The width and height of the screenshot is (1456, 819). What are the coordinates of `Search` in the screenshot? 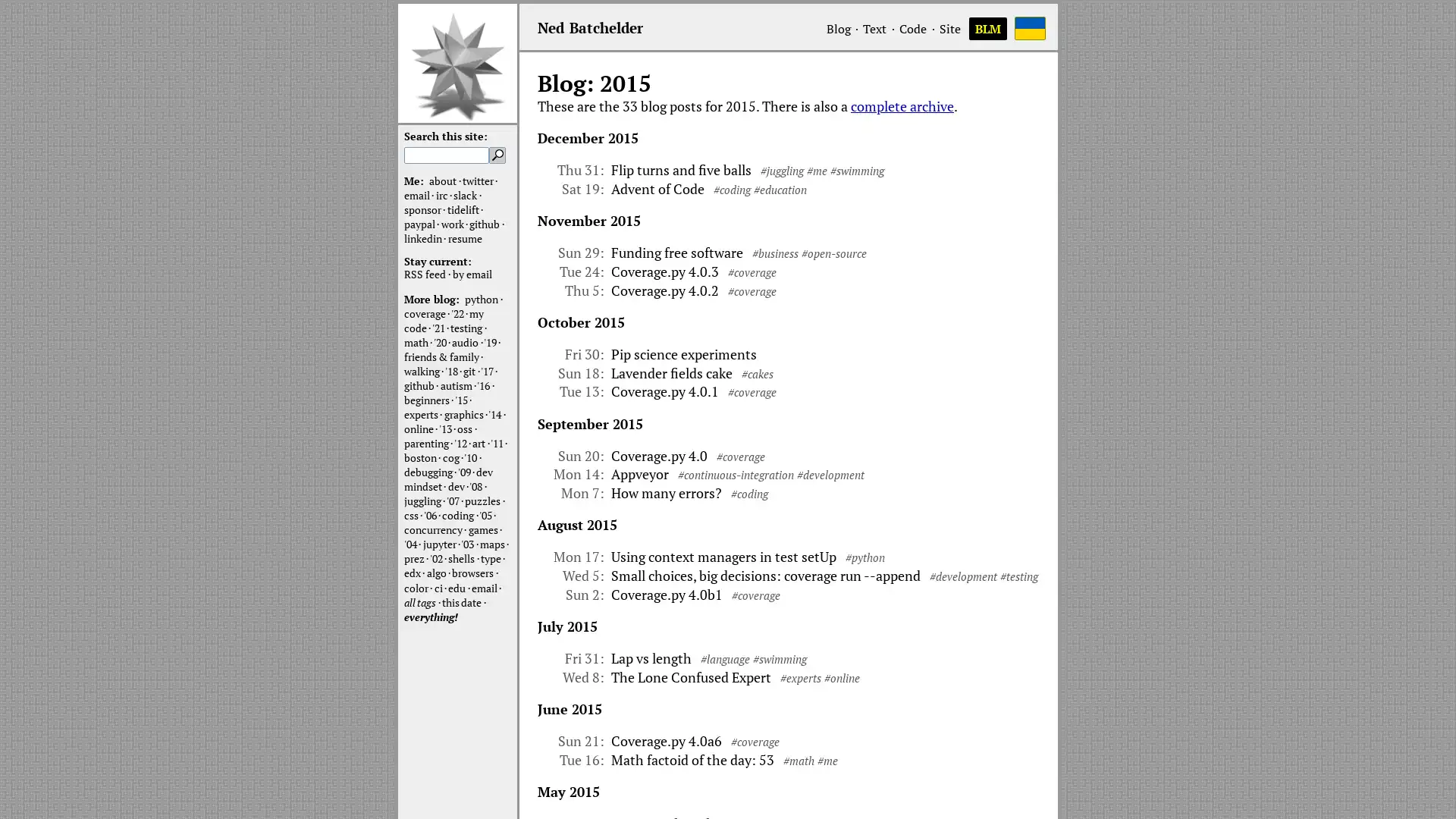 It's located at (497, 155).